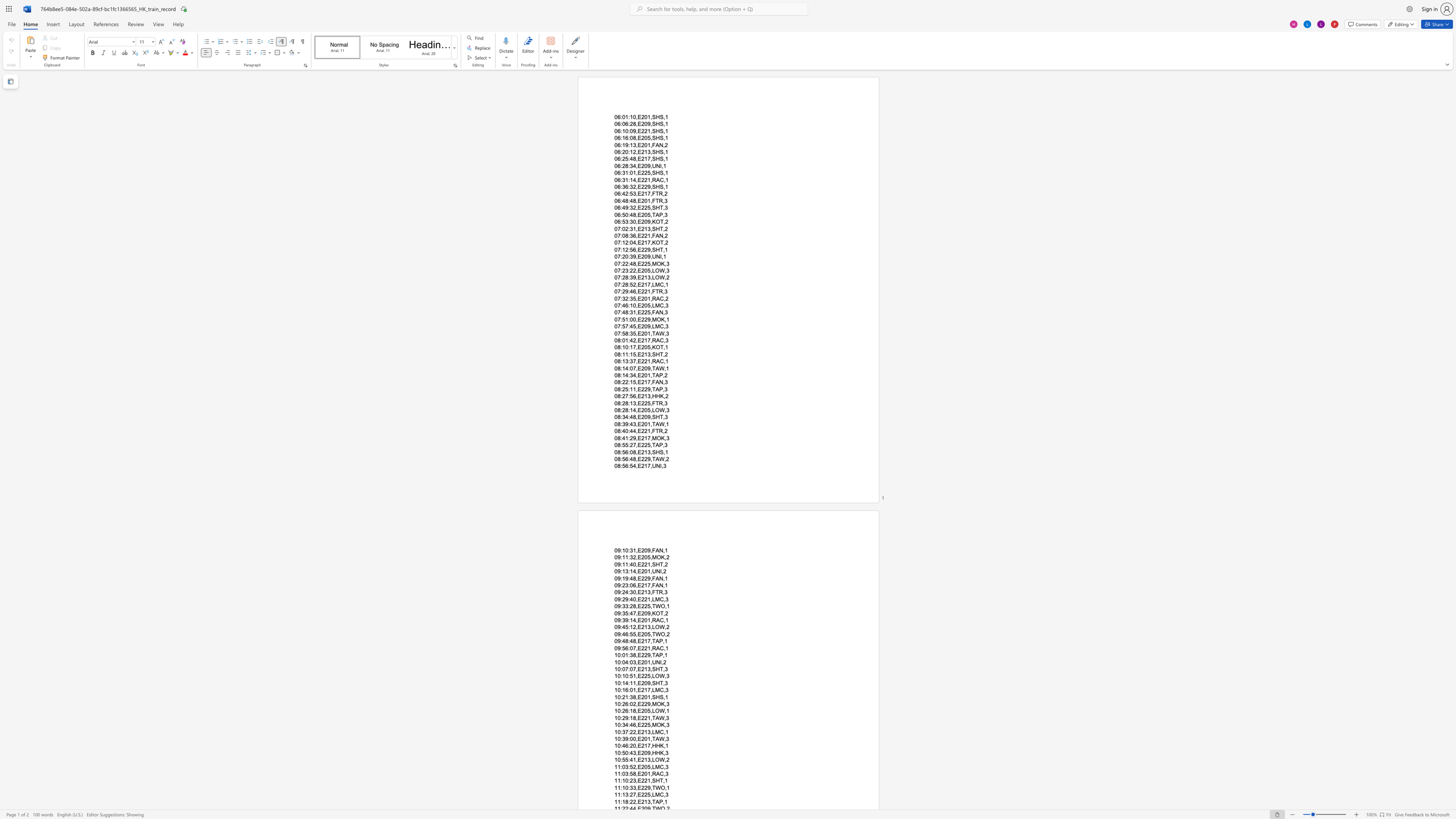  I want to click on the subset text "201,RAC" within the text "07:32:35,E201,RAC,2", so click(640, 298).